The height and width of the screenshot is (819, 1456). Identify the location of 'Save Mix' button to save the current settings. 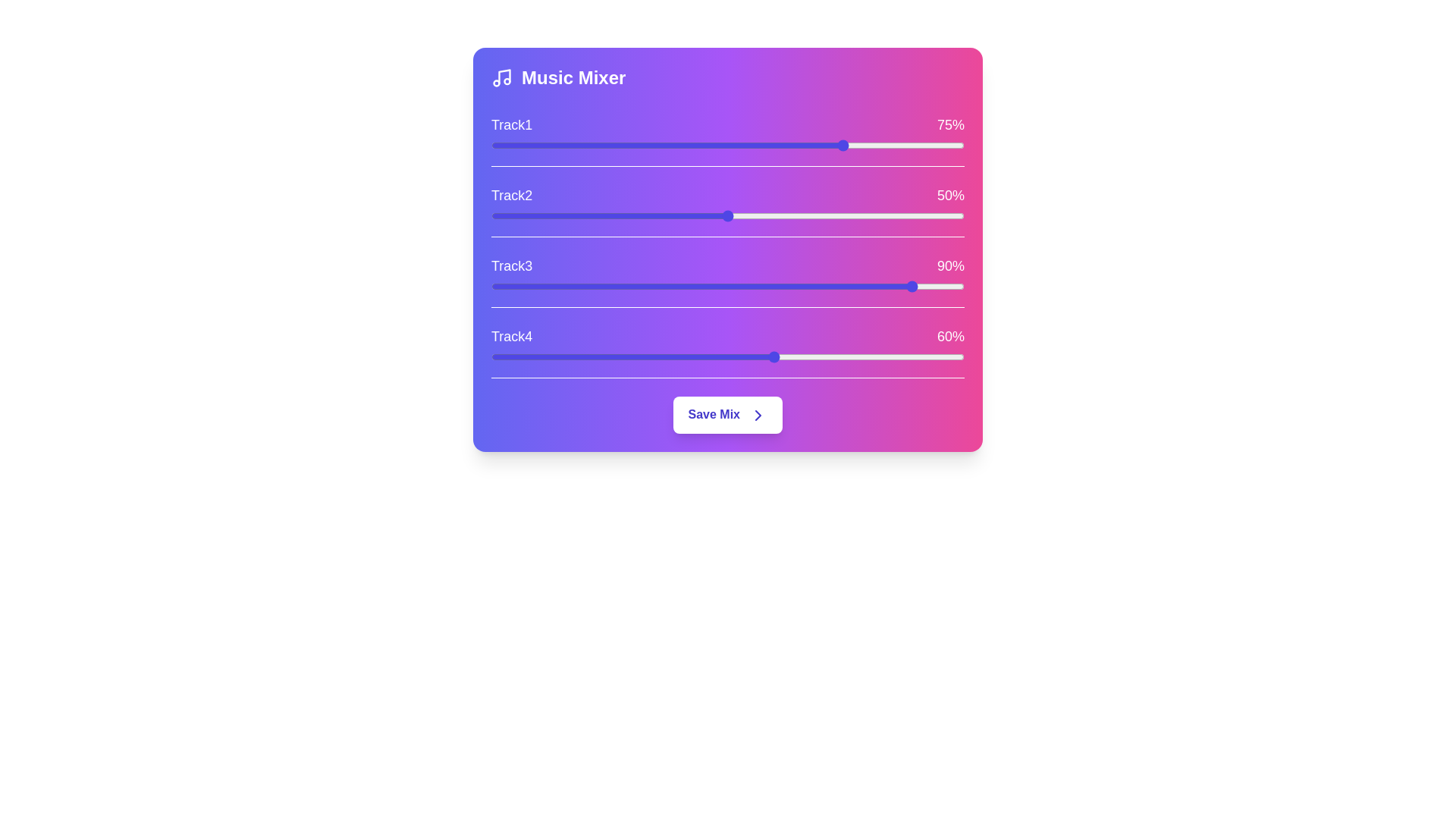
(728, 415).